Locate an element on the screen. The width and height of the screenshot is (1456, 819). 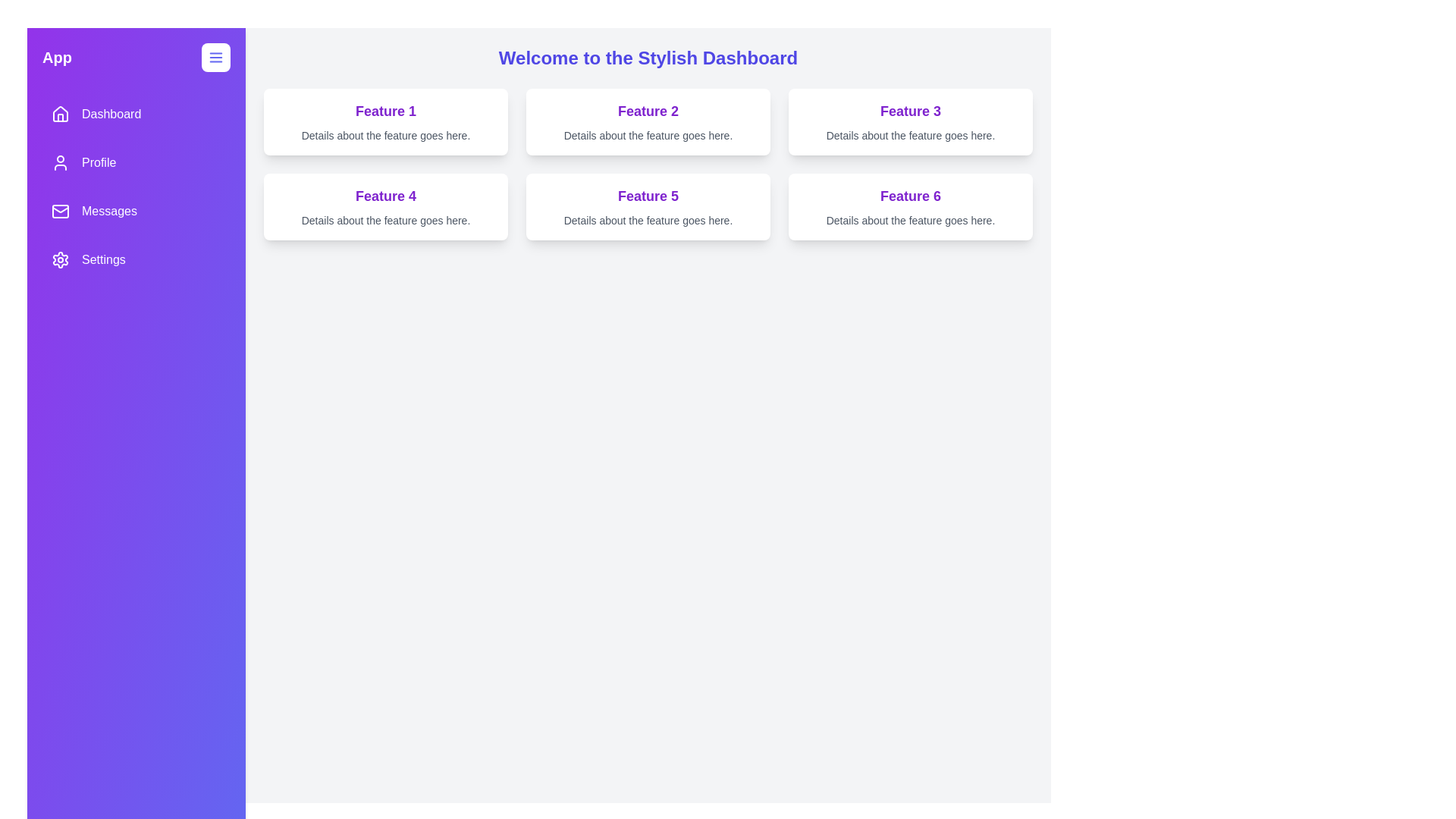
the Informational card displaying information about 'Feature 3', which is located in the top row of a three-column grid, to the right of 'Feature 2' is located at coordinates (910, 121).